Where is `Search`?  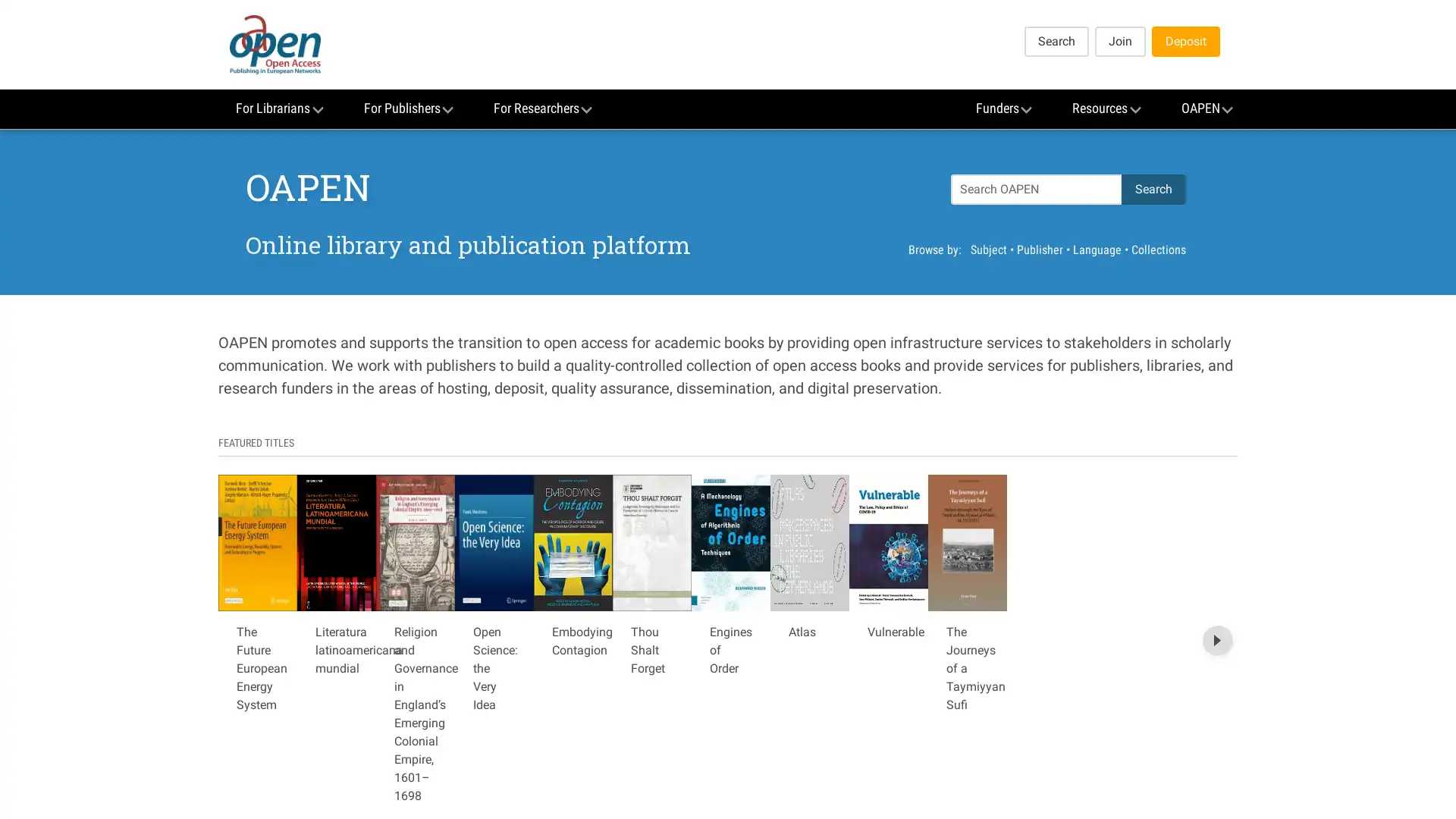 Search is located at coordinates (1153, 188).